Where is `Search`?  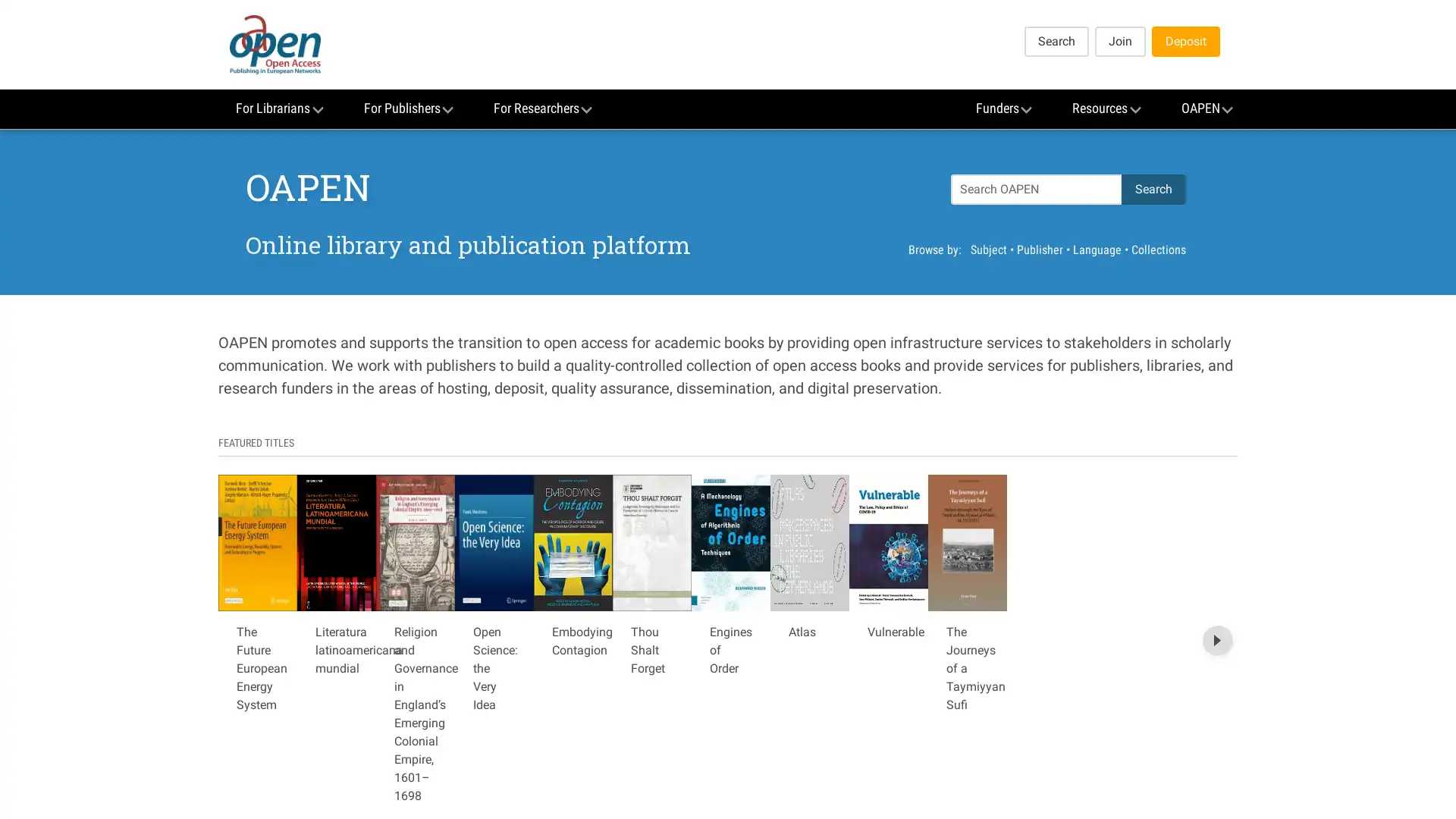 Search is located at coordinates (1153, 188).